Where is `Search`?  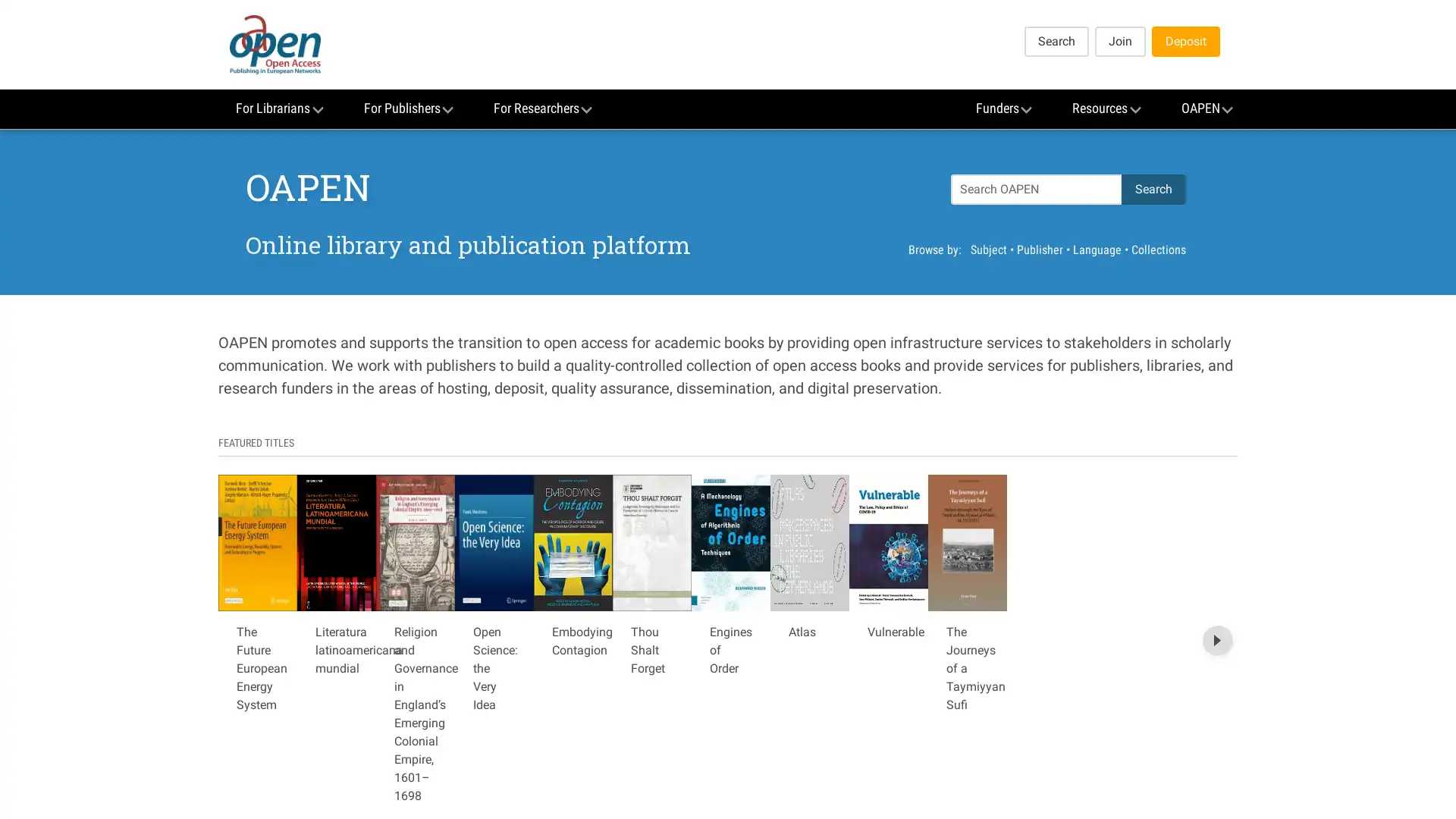 Search is located at coordinates (1153, 188).